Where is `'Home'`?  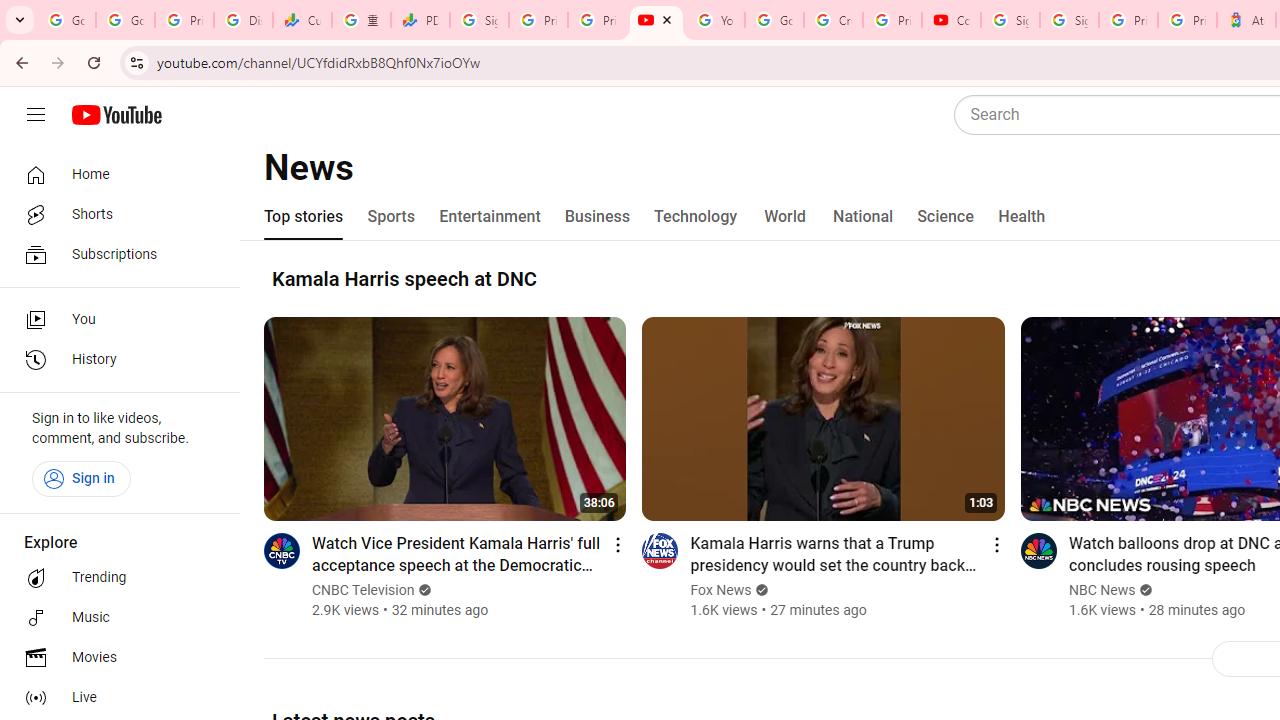
'Home' is located at coordinates (112, 173).